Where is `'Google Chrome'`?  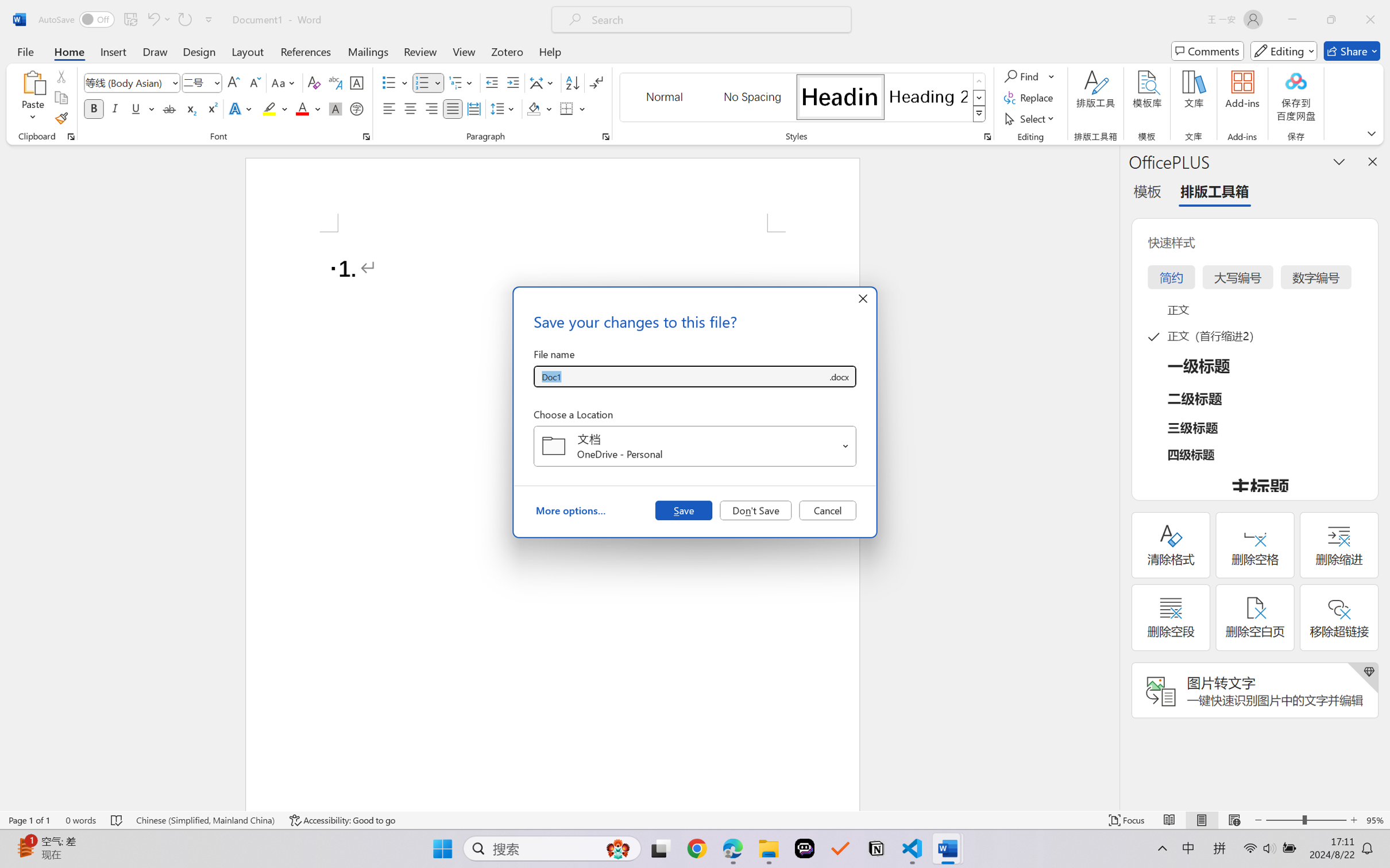
'Google Chrome' is located at coordinates (697, 848).